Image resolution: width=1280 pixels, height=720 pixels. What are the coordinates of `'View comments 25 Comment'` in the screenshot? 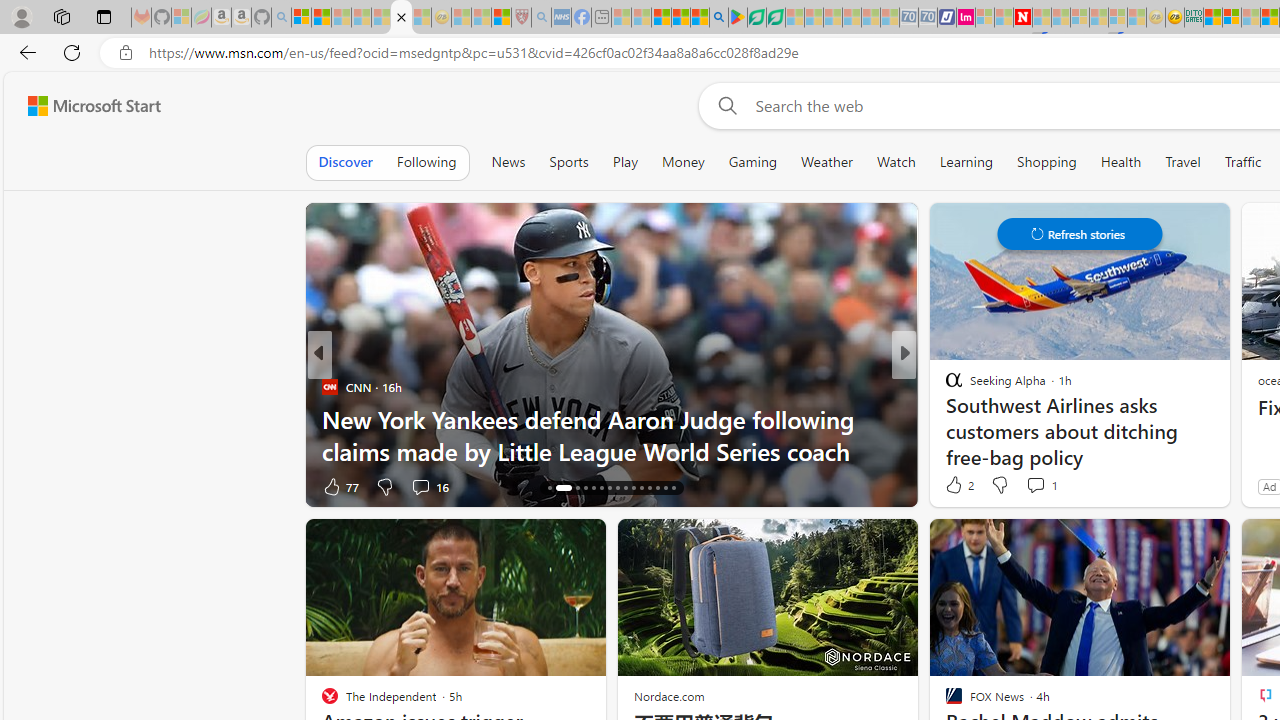 It's located at (1036, 486).